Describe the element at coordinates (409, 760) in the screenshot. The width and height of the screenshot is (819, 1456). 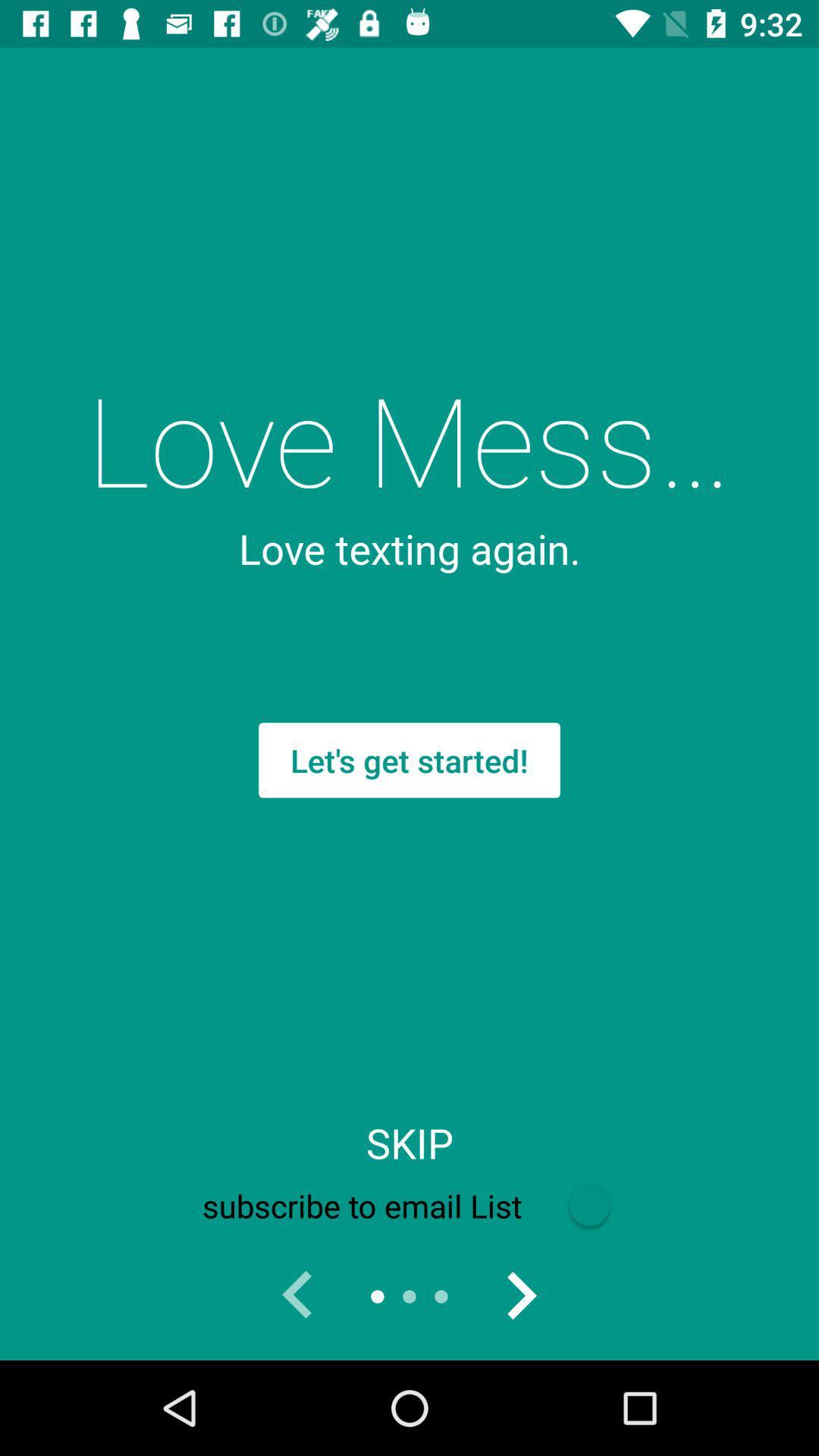
I see `let s get item` at that location.